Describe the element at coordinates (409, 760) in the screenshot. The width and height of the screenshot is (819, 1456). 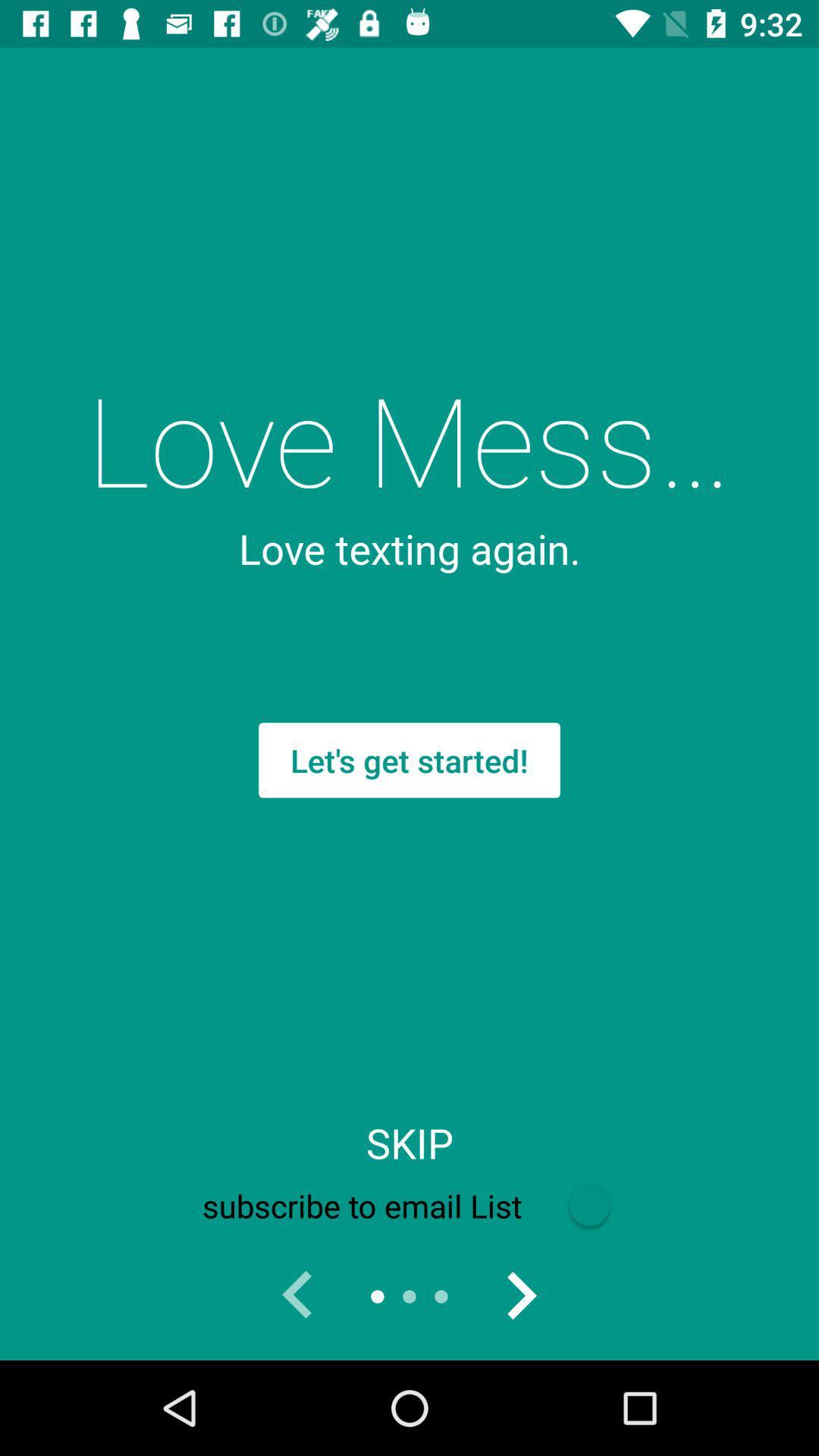
I see `let s get item` at that location.